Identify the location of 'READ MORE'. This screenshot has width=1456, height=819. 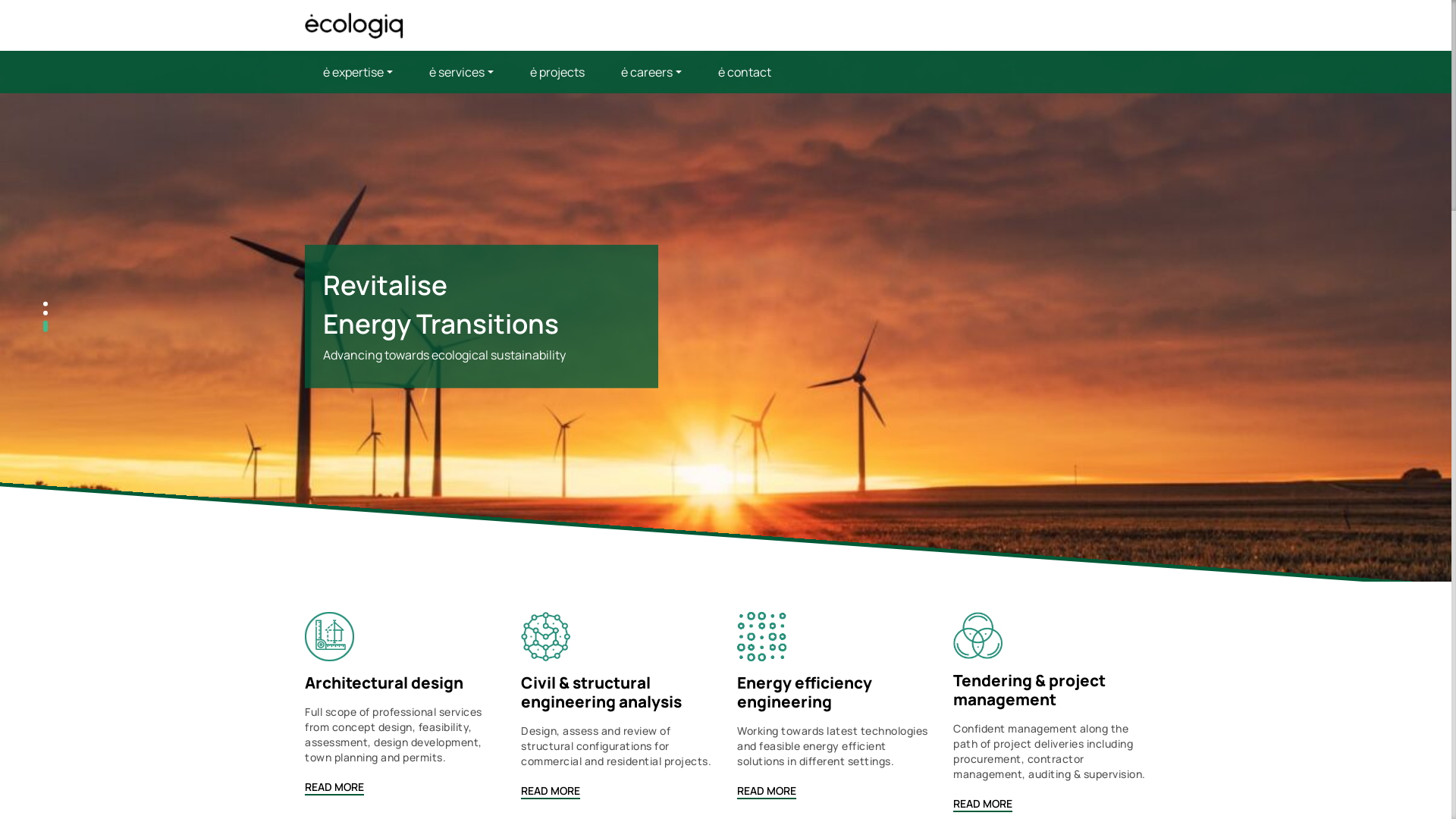
(767, 790).